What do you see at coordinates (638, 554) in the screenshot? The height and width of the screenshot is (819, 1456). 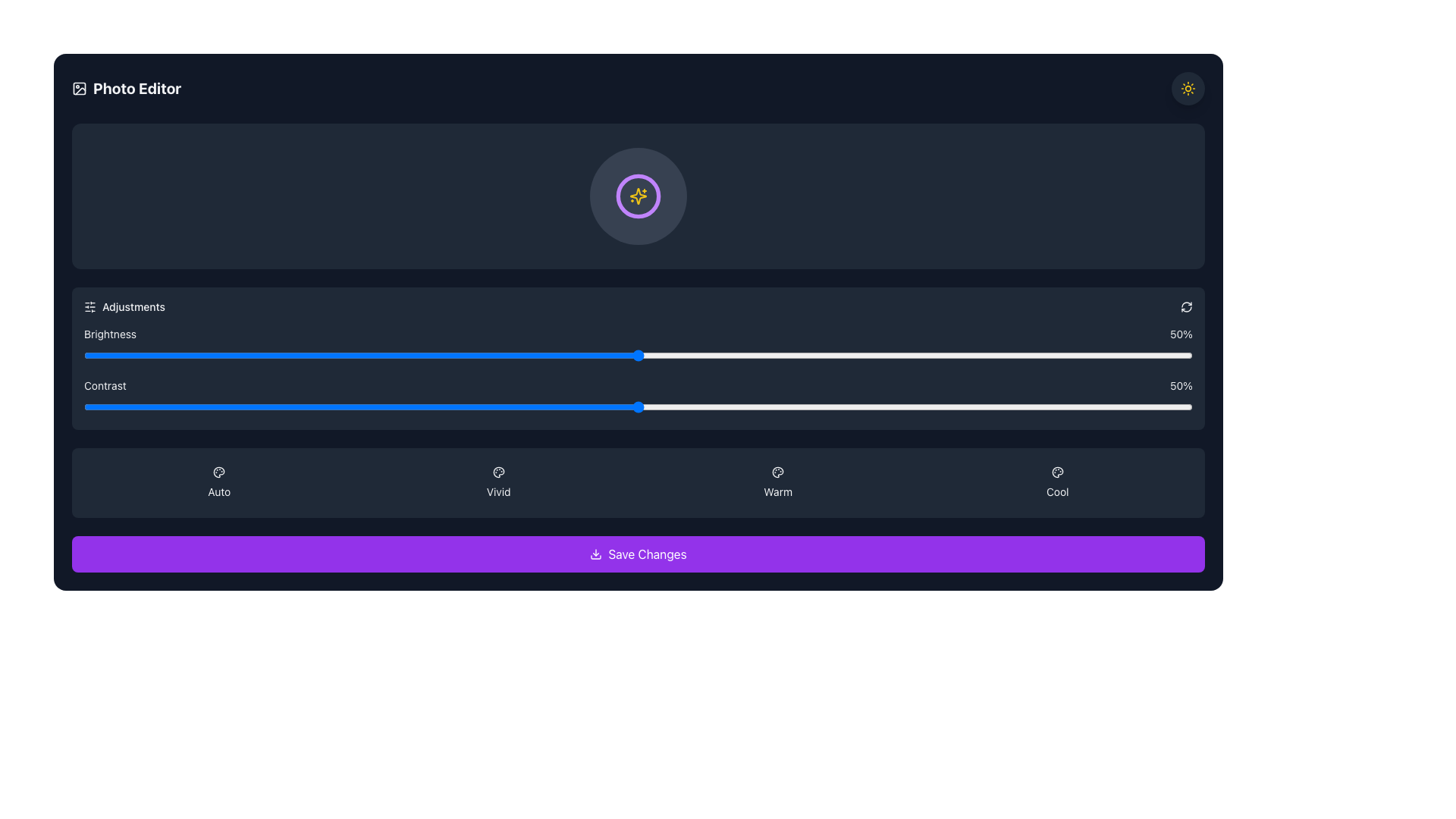 I see `the 'Save Changes' button, which is a horizontally elongated button with a purple background and white text, located at the bottom of the adjustment tools section` at bounding box center [638, 554].